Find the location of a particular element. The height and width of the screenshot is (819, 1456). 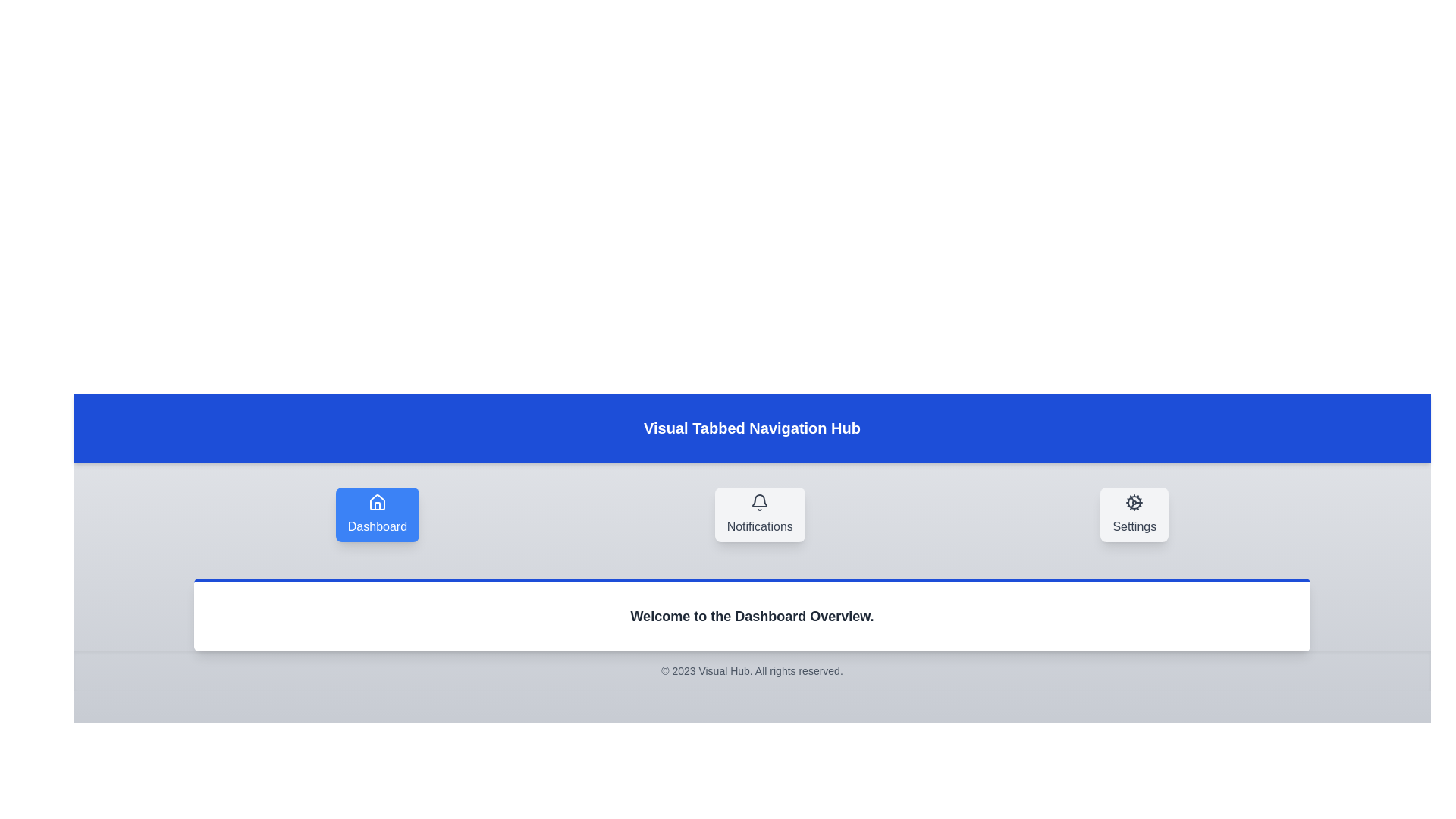

the text label that indicates a notification-related function, located below the bell icon in the center of the navigation bar is located at coordinates (760, 526).